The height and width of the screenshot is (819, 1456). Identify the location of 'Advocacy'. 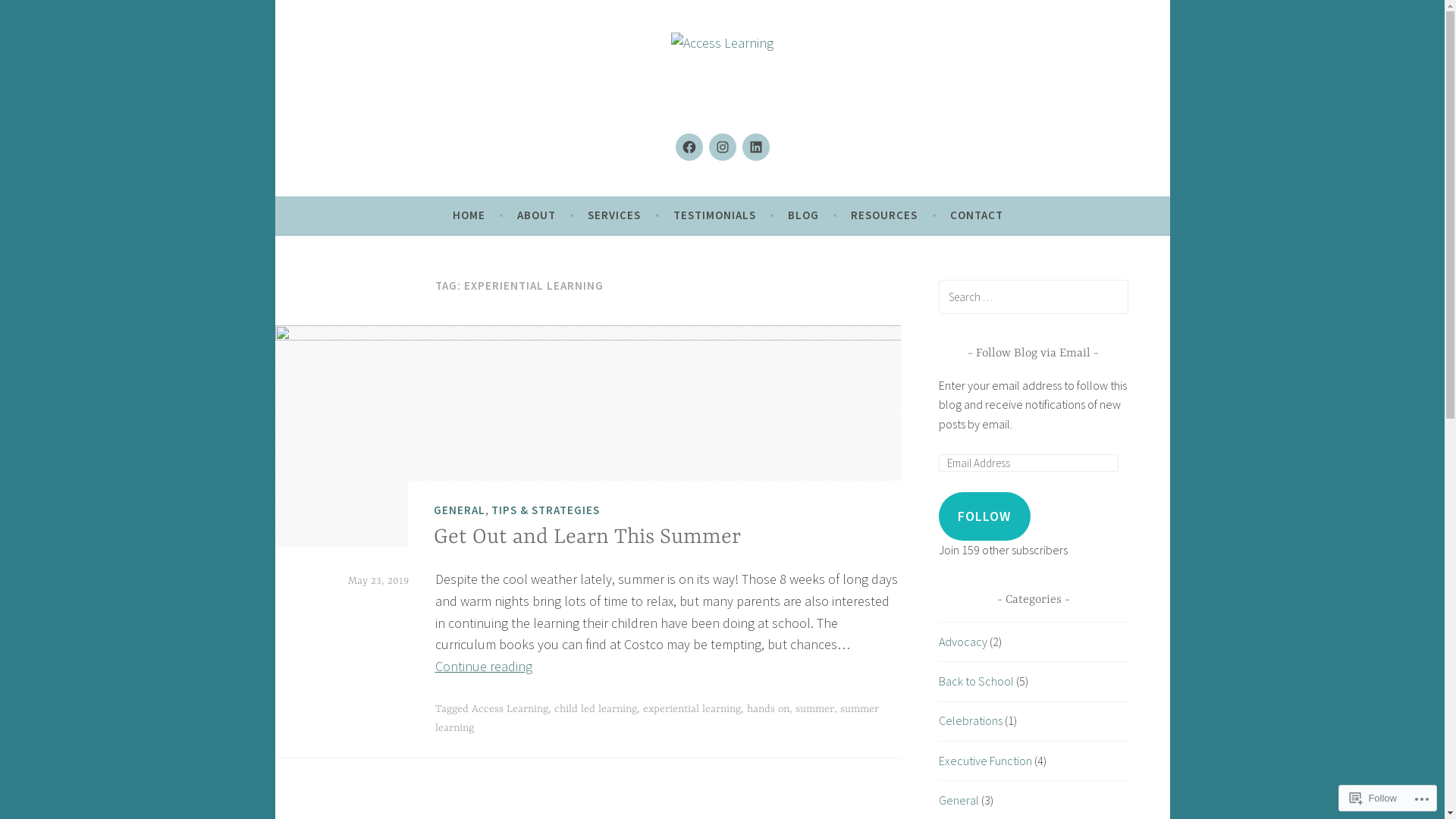
(962, 641).